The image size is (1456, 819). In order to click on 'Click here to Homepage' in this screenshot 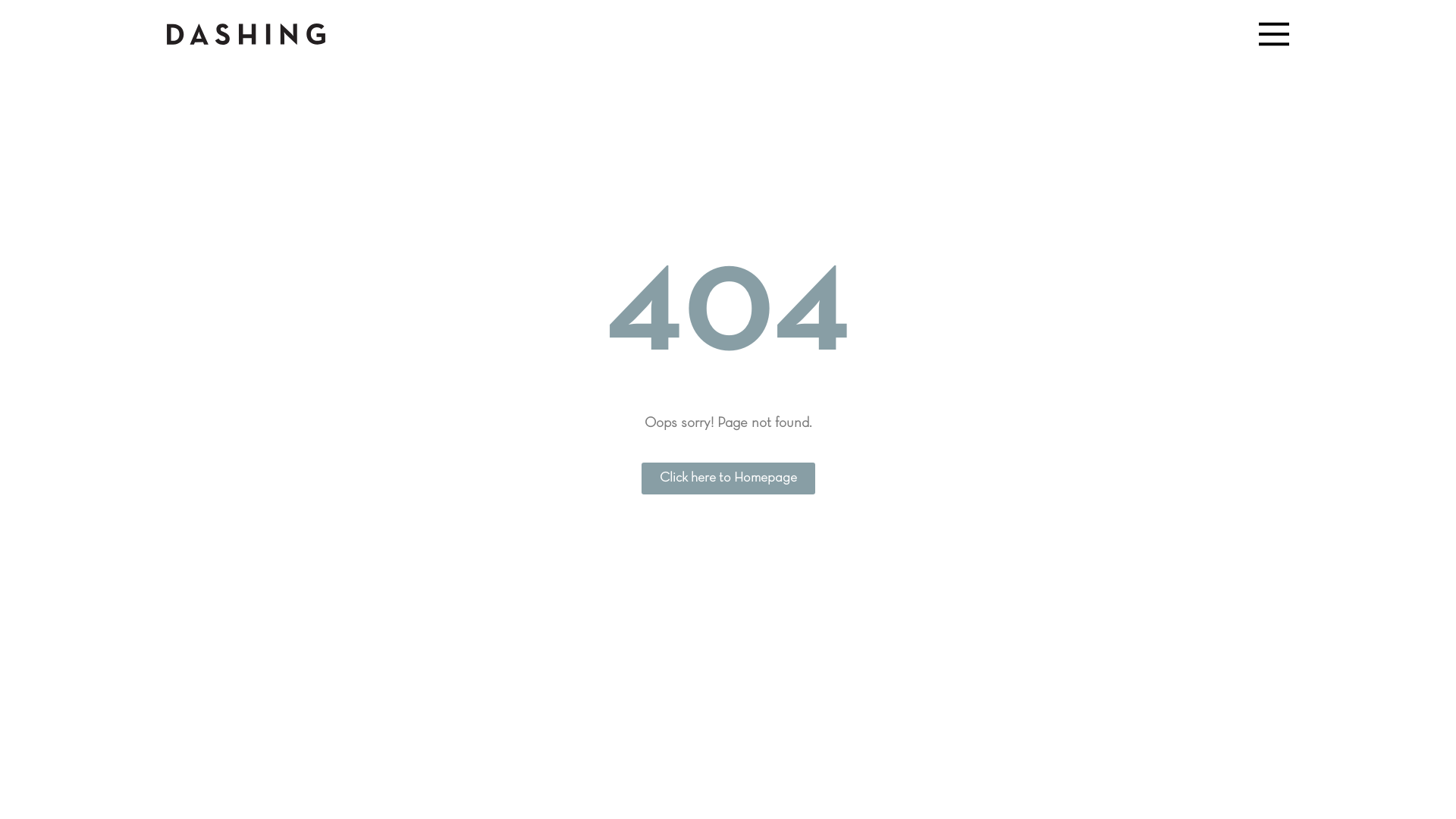, I will do `click(728, 479)`.